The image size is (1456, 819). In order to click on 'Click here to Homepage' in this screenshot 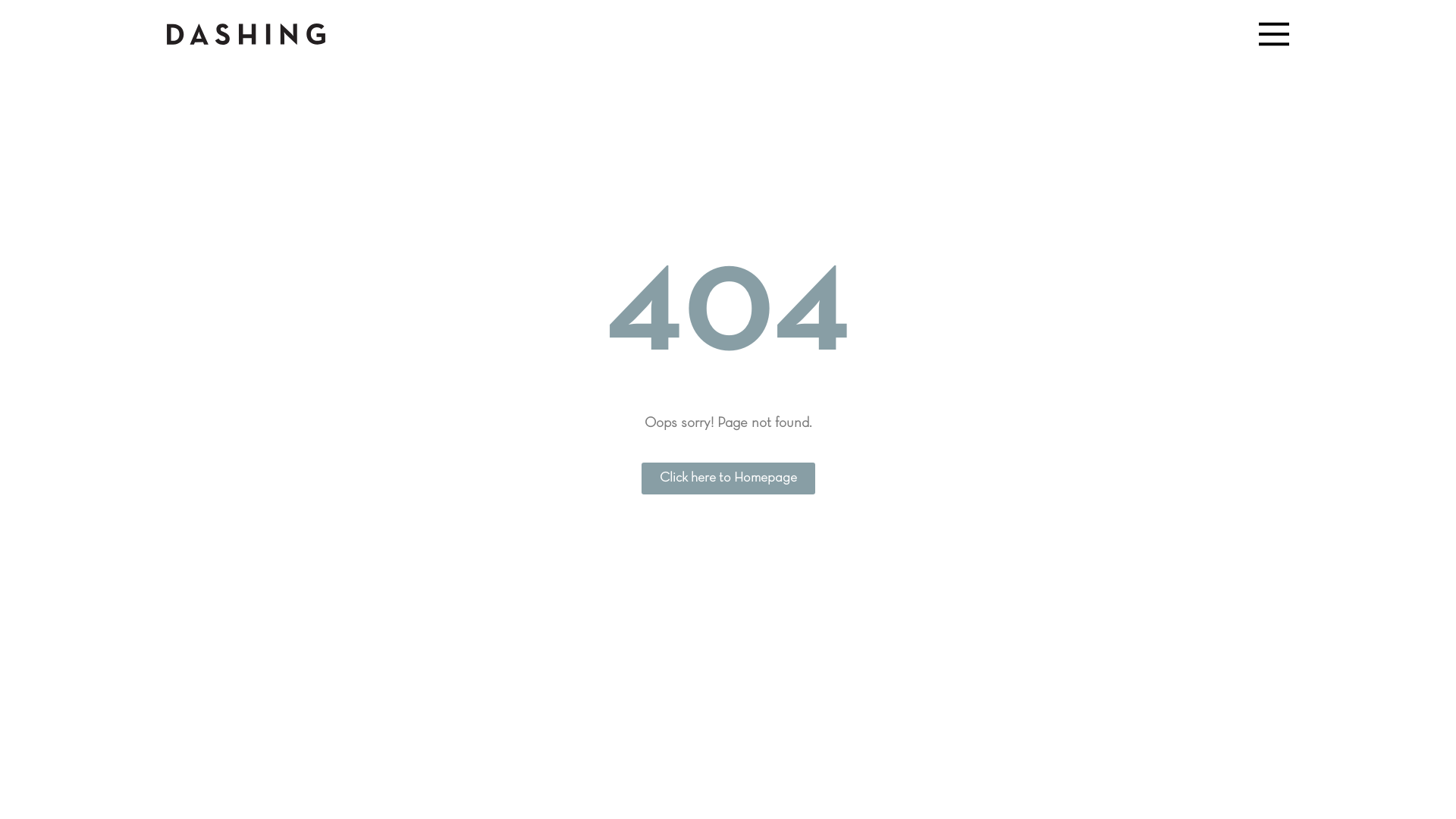, I will do `click(728, 479)`.